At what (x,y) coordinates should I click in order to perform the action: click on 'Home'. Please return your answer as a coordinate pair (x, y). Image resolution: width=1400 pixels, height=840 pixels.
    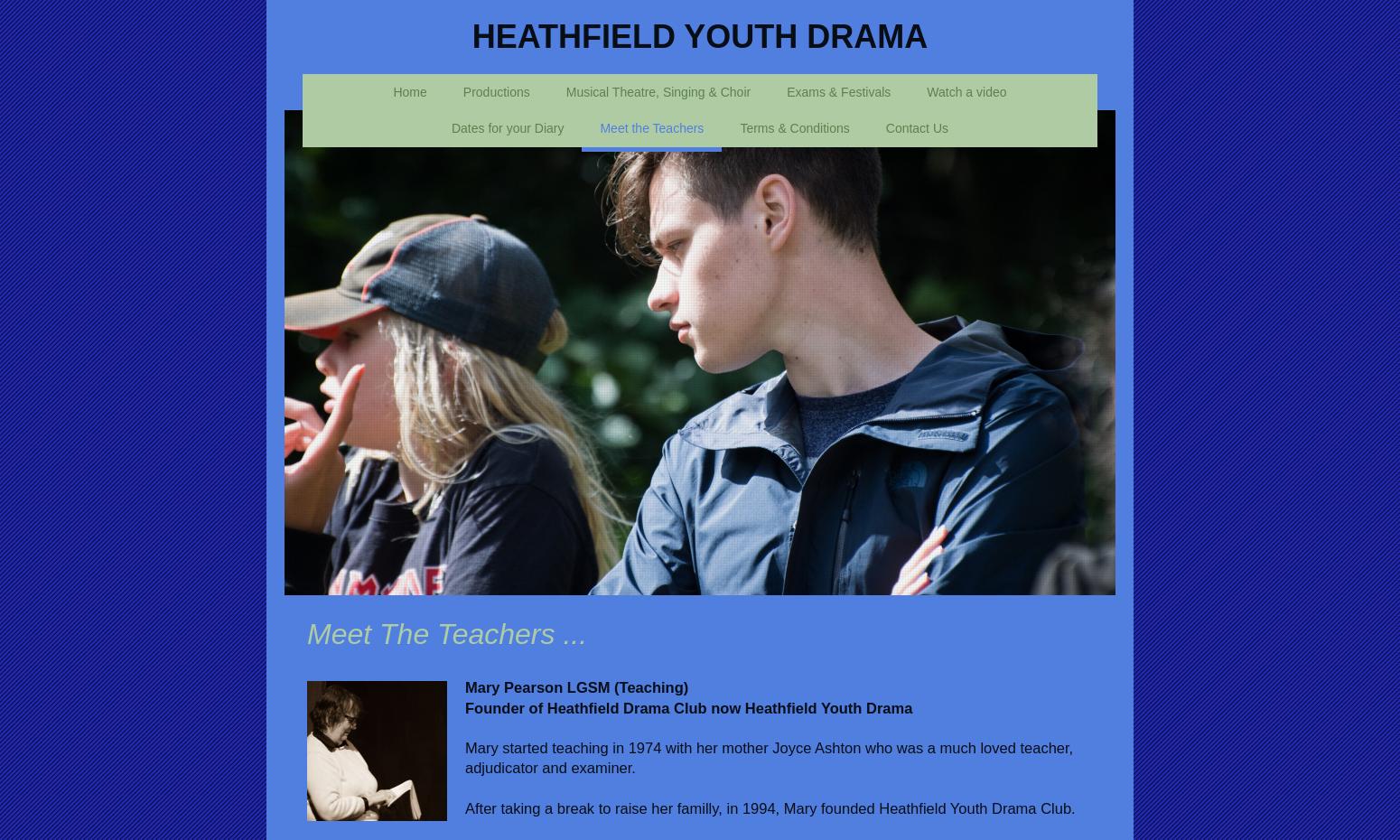
    Looking at the image, I should click on (409, 90).